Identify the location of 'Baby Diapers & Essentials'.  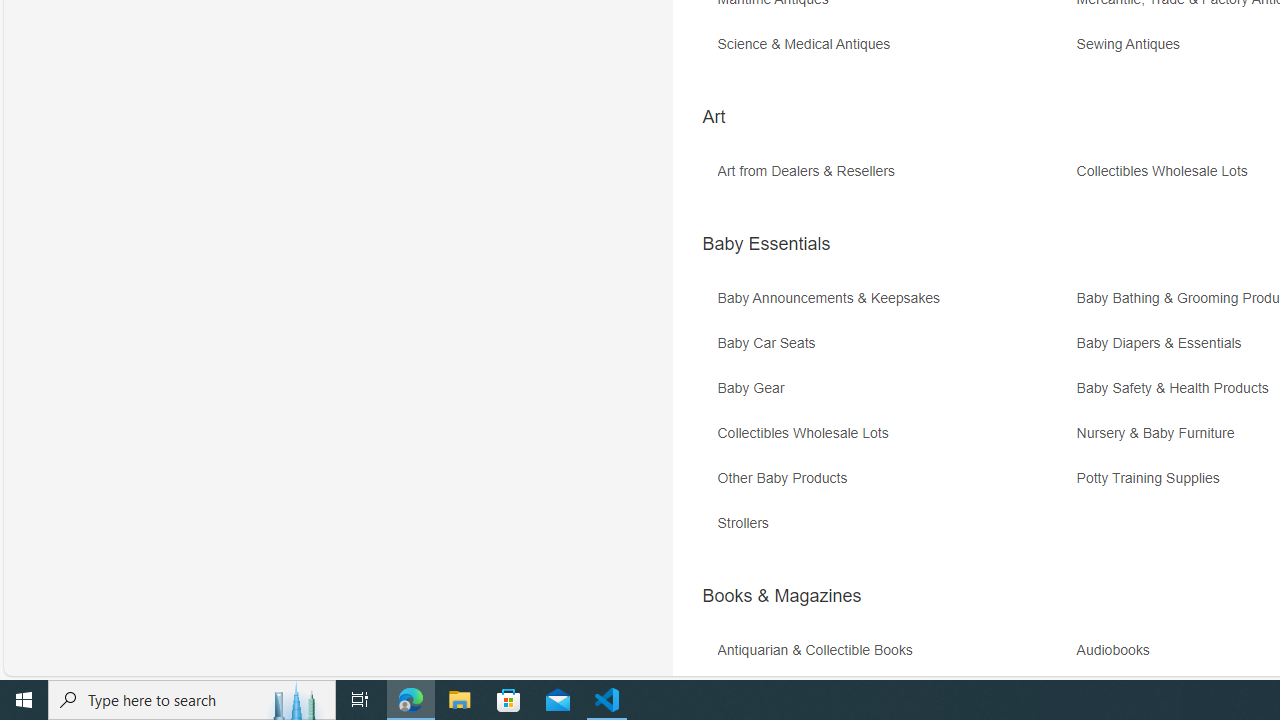
(1164, 342).